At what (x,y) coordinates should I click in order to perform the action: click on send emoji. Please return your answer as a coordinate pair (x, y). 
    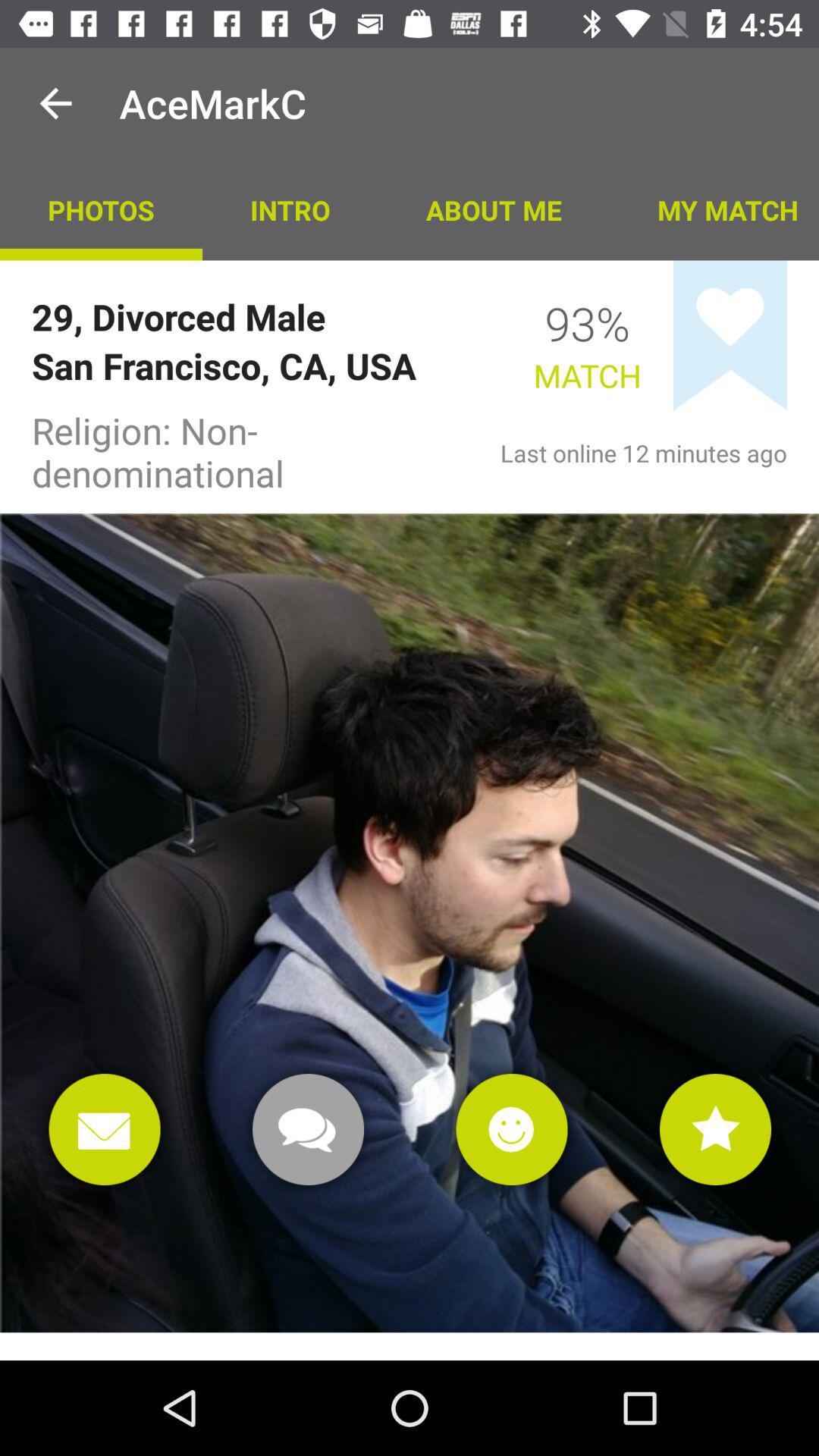
    Looking at the image, I should click on (512, 1129).